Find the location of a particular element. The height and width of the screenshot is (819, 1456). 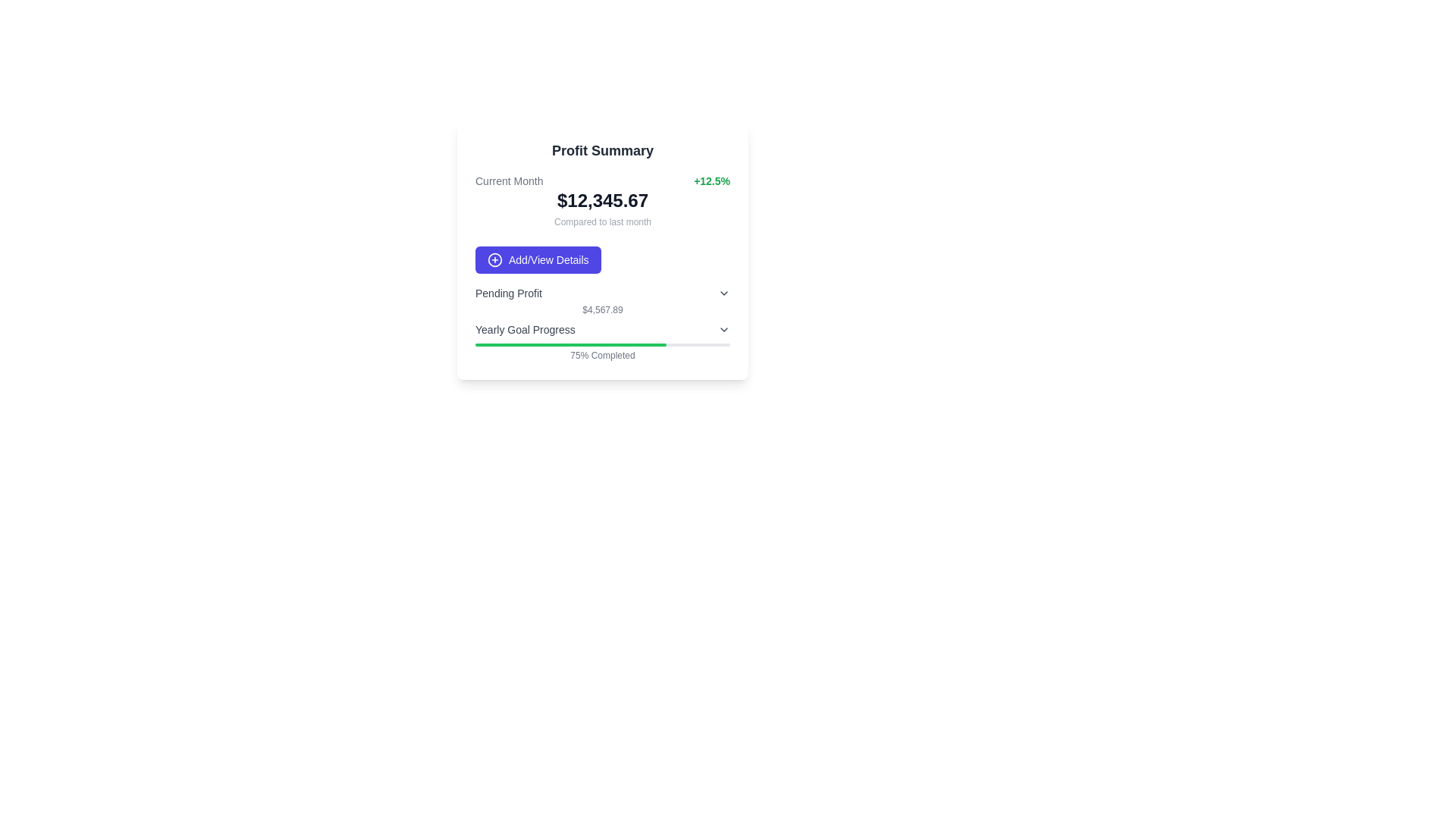

the 'Current Month' Content Display Box is located at coordinates (602, 200).